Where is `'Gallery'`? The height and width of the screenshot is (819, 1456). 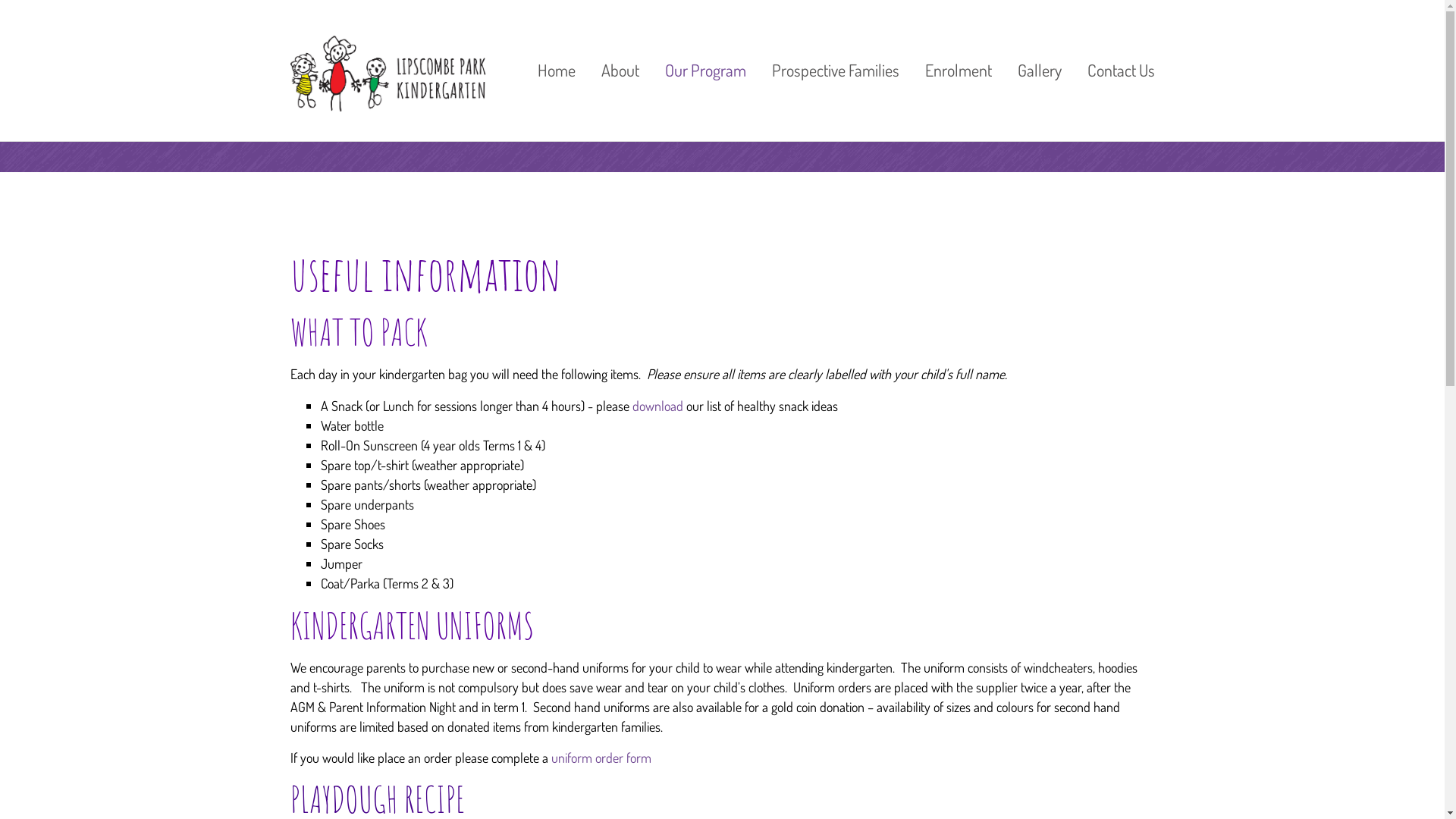
'Gallery' is located at coordinates (1037, 70).